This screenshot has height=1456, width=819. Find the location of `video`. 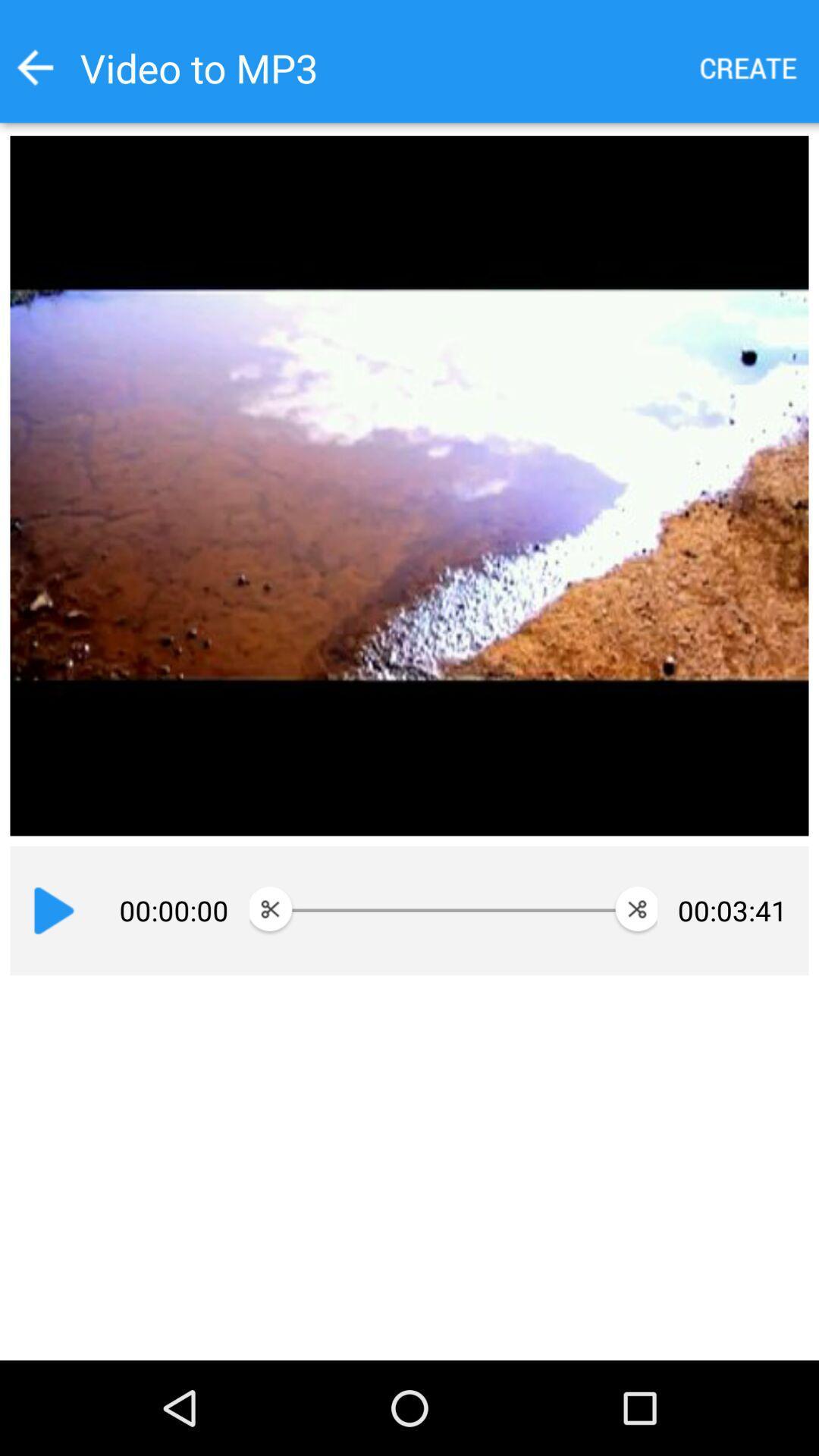

video is located at coordinates (53, 910).